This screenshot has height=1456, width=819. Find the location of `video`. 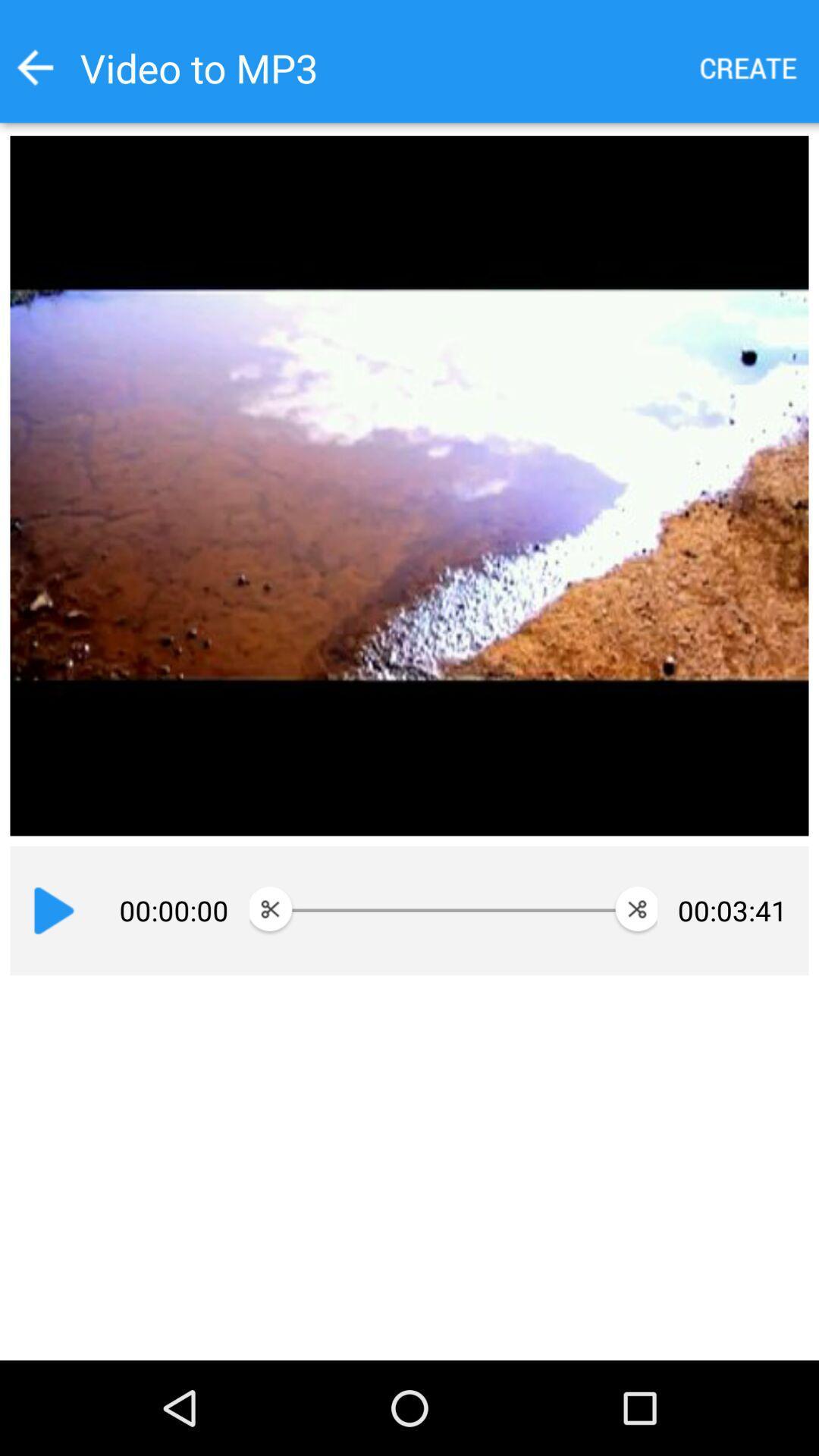

video is located at coordinates (53, 910).